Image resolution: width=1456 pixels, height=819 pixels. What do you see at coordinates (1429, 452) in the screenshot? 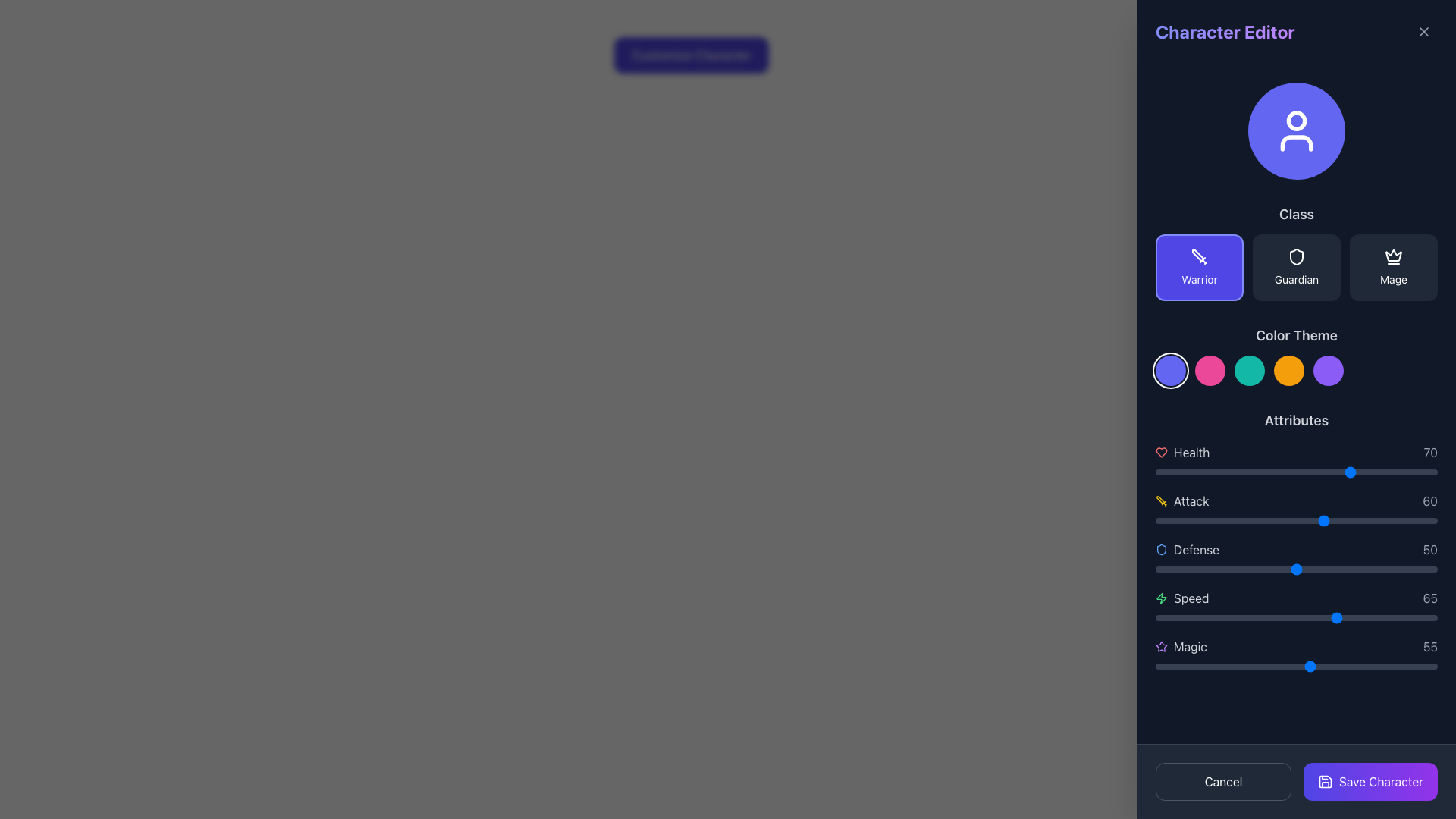
I see `the static text displaying the current value for the 'Health' attribute in the character customization interface, located at the right end of the 'Health' attribute row` at bounding box center [1429, 452].